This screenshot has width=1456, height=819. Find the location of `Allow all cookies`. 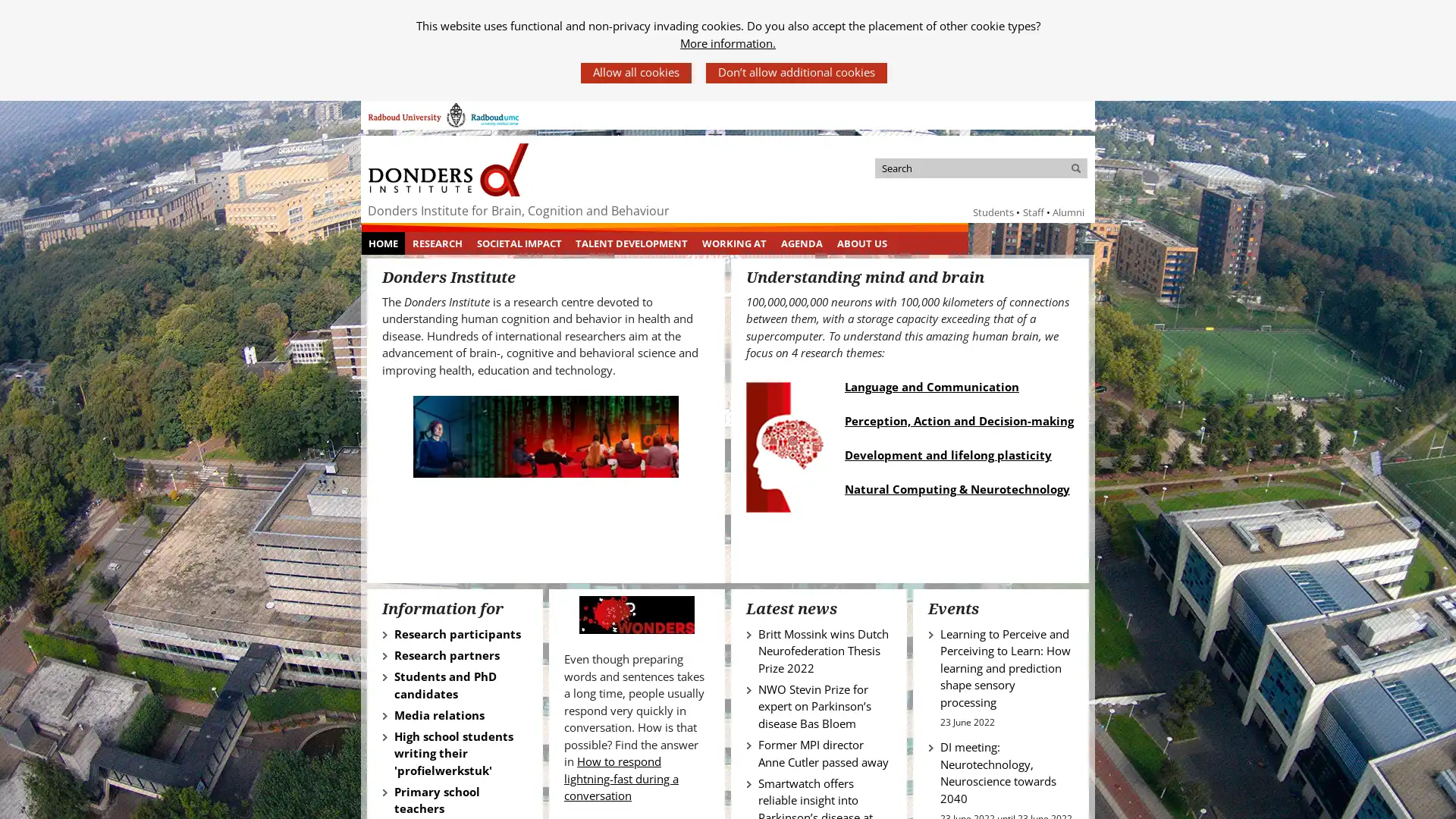

Allow all cookies is located at coordinates (635, 73).